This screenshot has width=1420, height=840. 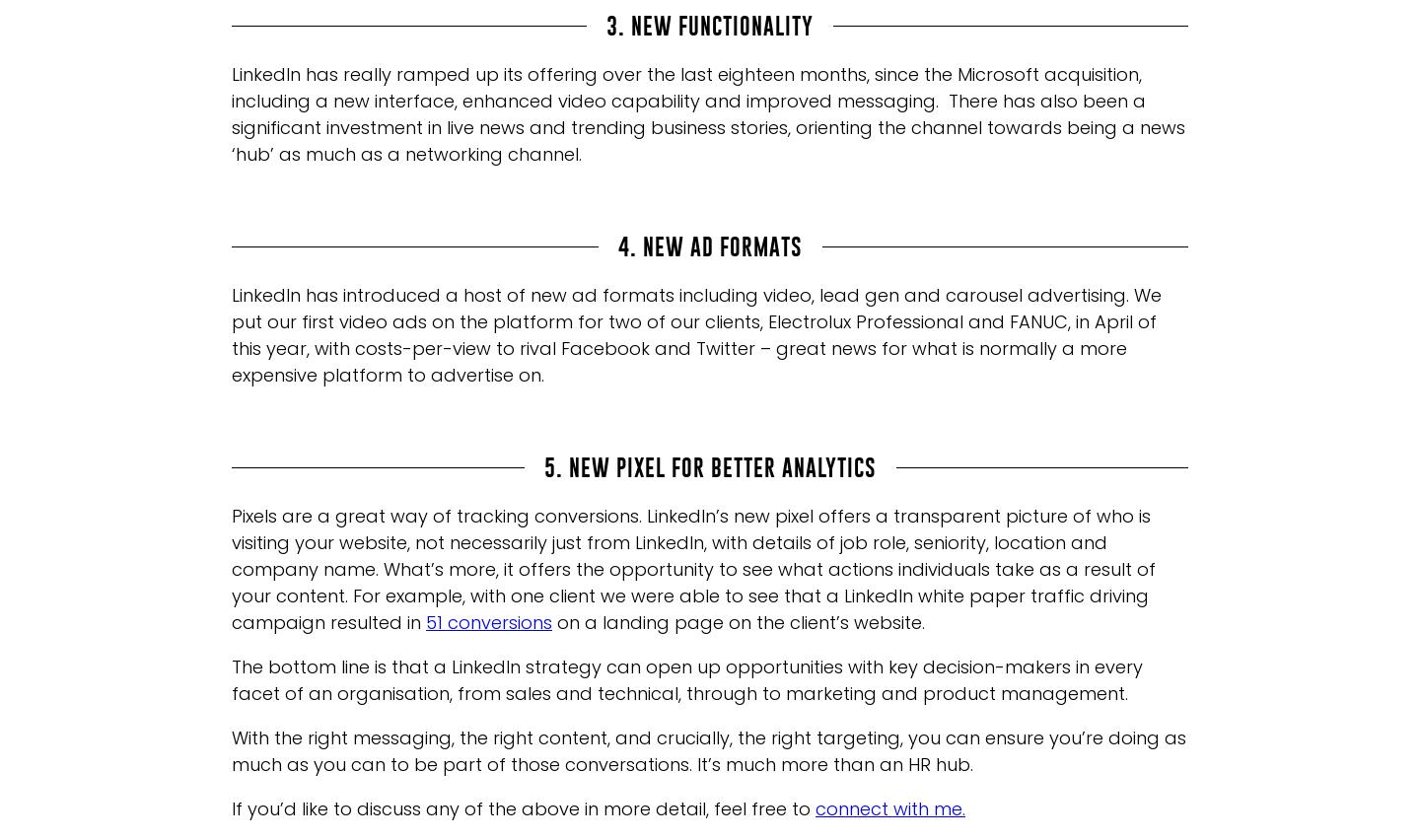 I want to click on 'Pixels are a great way of tracking conversions. LinkedIn’s new pixel offers a transparent picture of who is visiting your website, not necessarily just from LinkedIn, with details of job role, seniority, location and company name. What’s more, it offers the opportunity to see what actions individuals take as a result of your content. For example, with one client we were able to see that a LinkedIn white paper traffic driving campaign resulted in', so click(x=693, y=567).